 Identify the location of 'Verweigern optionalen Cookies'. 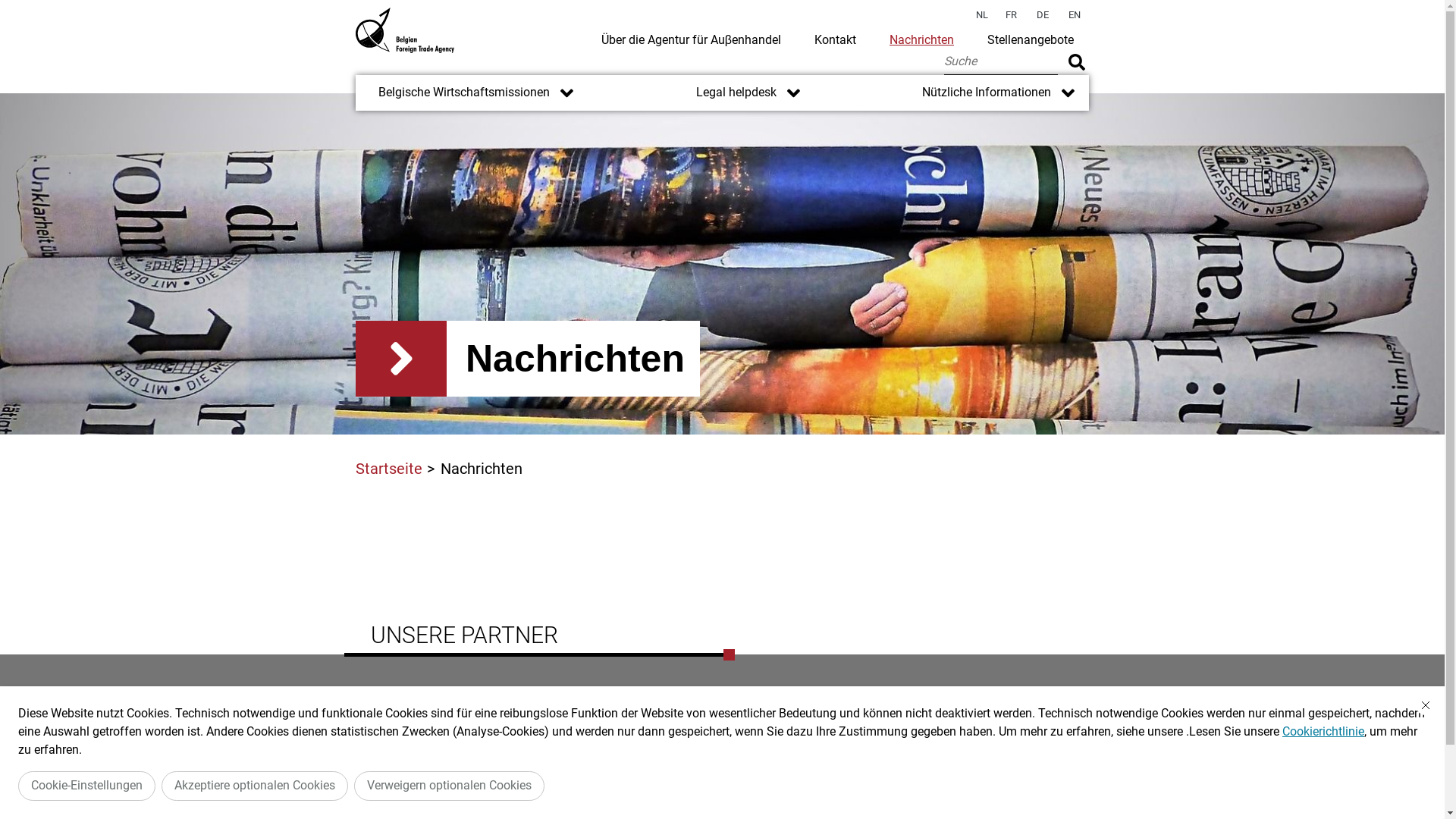
(448, 785).